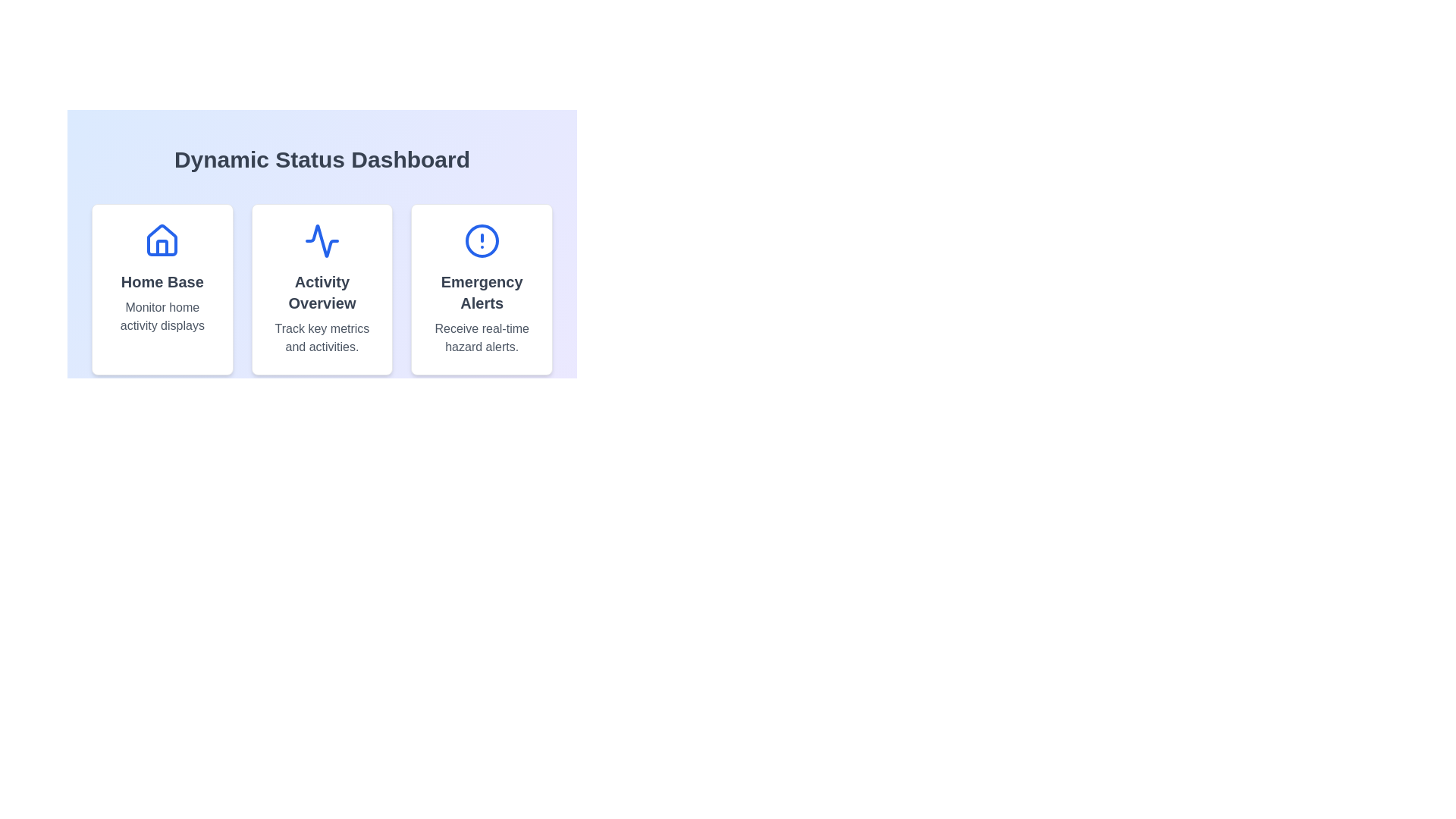  What do you see at coordinates (322, 289) in the screenshot?
I see `the 'Activity Overview' Information card box in the second column of the Dynamic Status Dashboard` at bounding box center [322, 289].